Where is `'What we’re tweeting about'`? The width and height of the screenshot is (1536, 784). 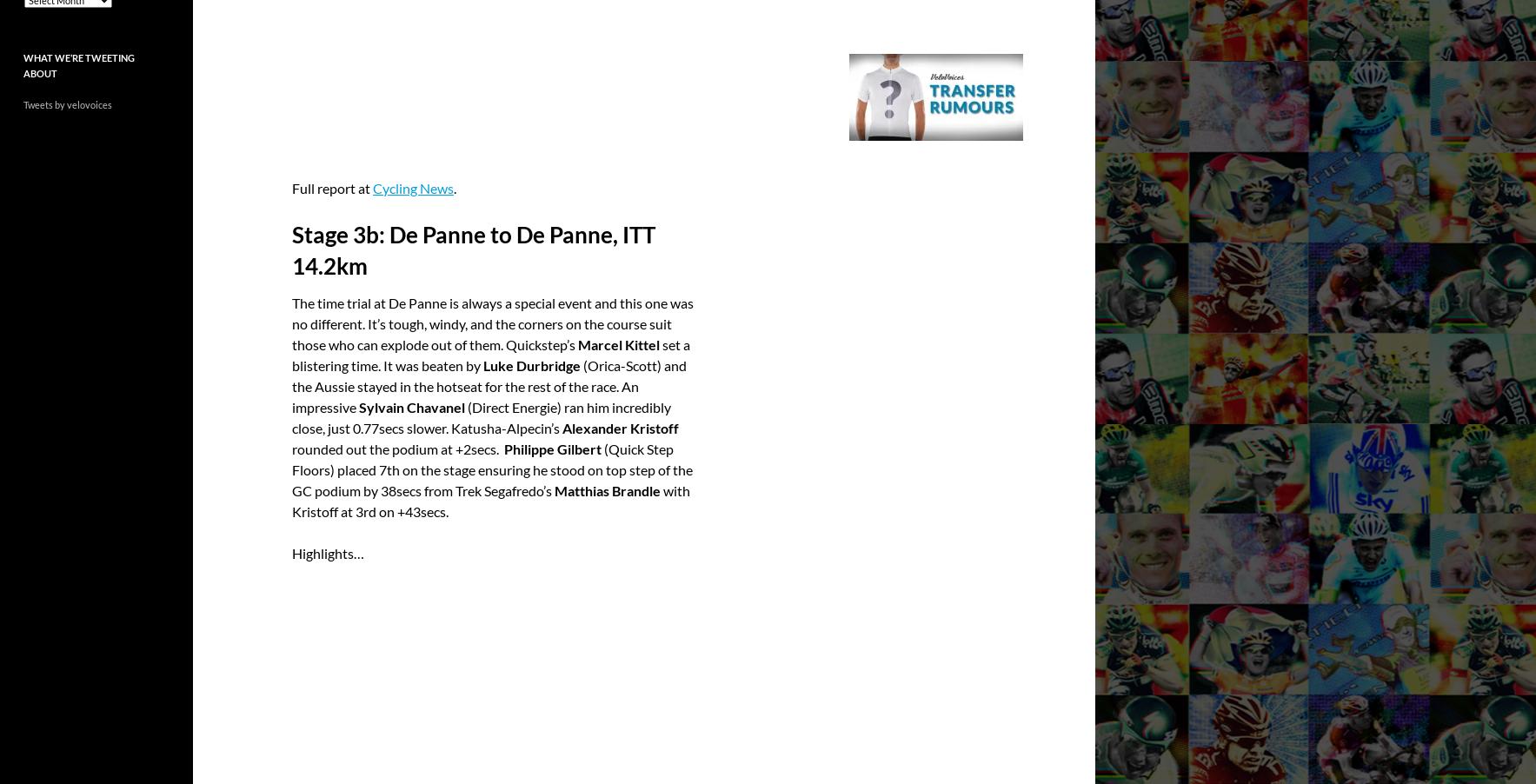 'What we’re tweeting about' is located at coordinates (23, 63).